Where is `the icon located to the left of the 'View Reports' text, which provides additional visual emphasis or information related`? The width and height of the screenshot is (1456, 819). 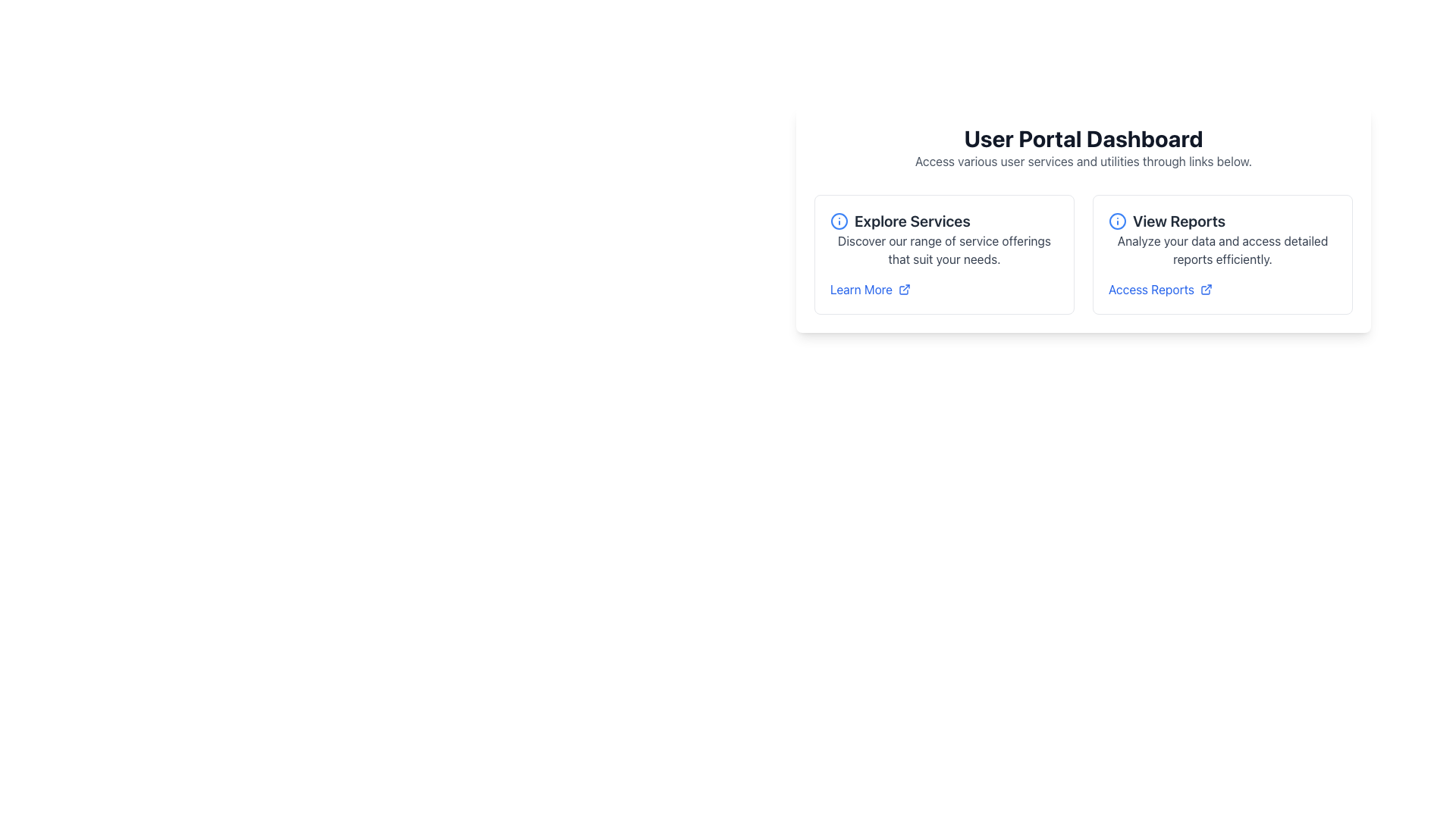
the icon located to the left of the 'View Reports' text, which provides additional visual emphasis or information related is located at coordinates (1117, 221).